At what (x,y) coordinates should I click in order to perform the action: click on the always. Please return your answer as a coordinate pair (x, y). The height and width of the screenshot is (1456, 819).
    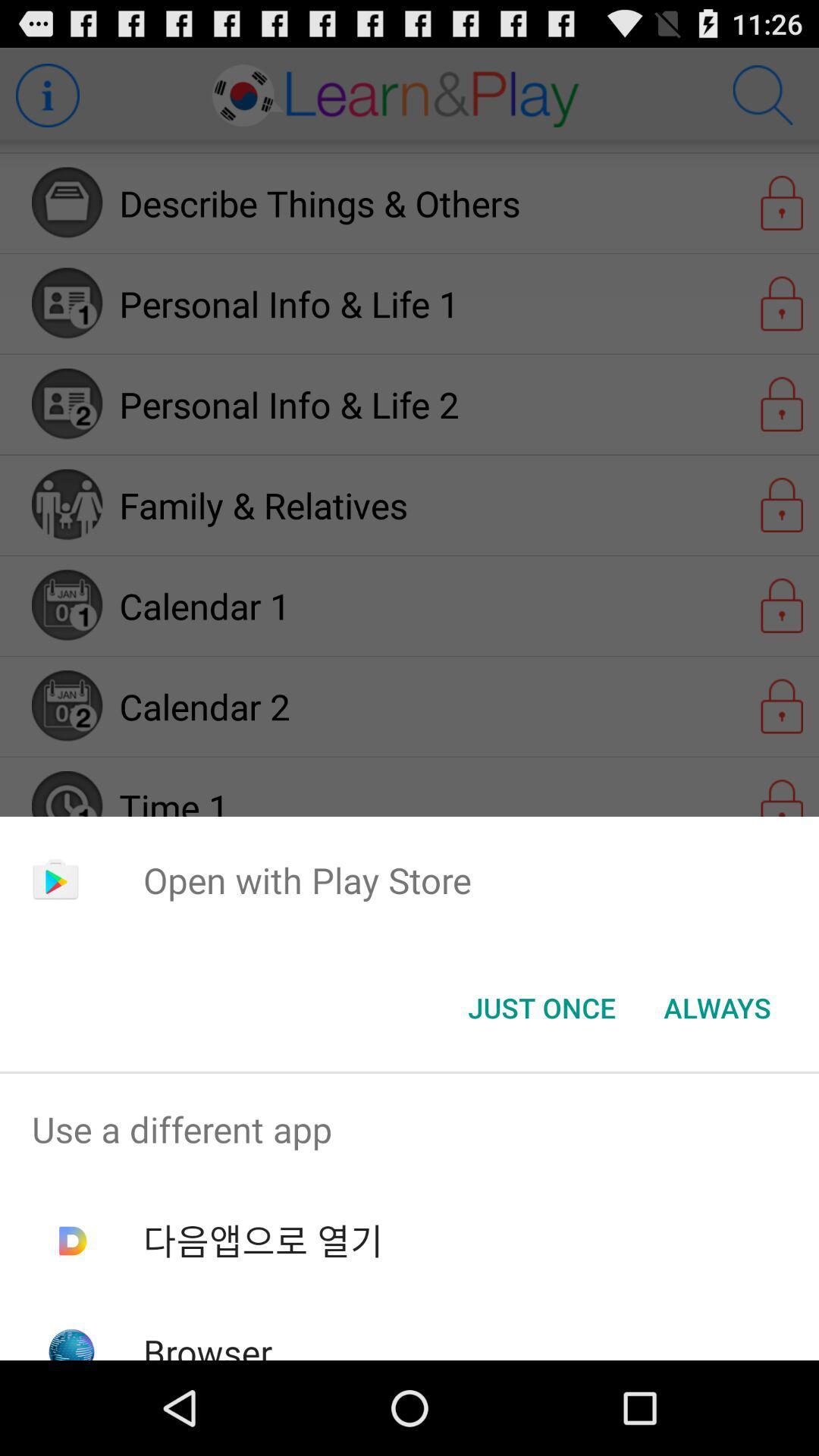
    Looking at the image, I should click on (717, 1008).